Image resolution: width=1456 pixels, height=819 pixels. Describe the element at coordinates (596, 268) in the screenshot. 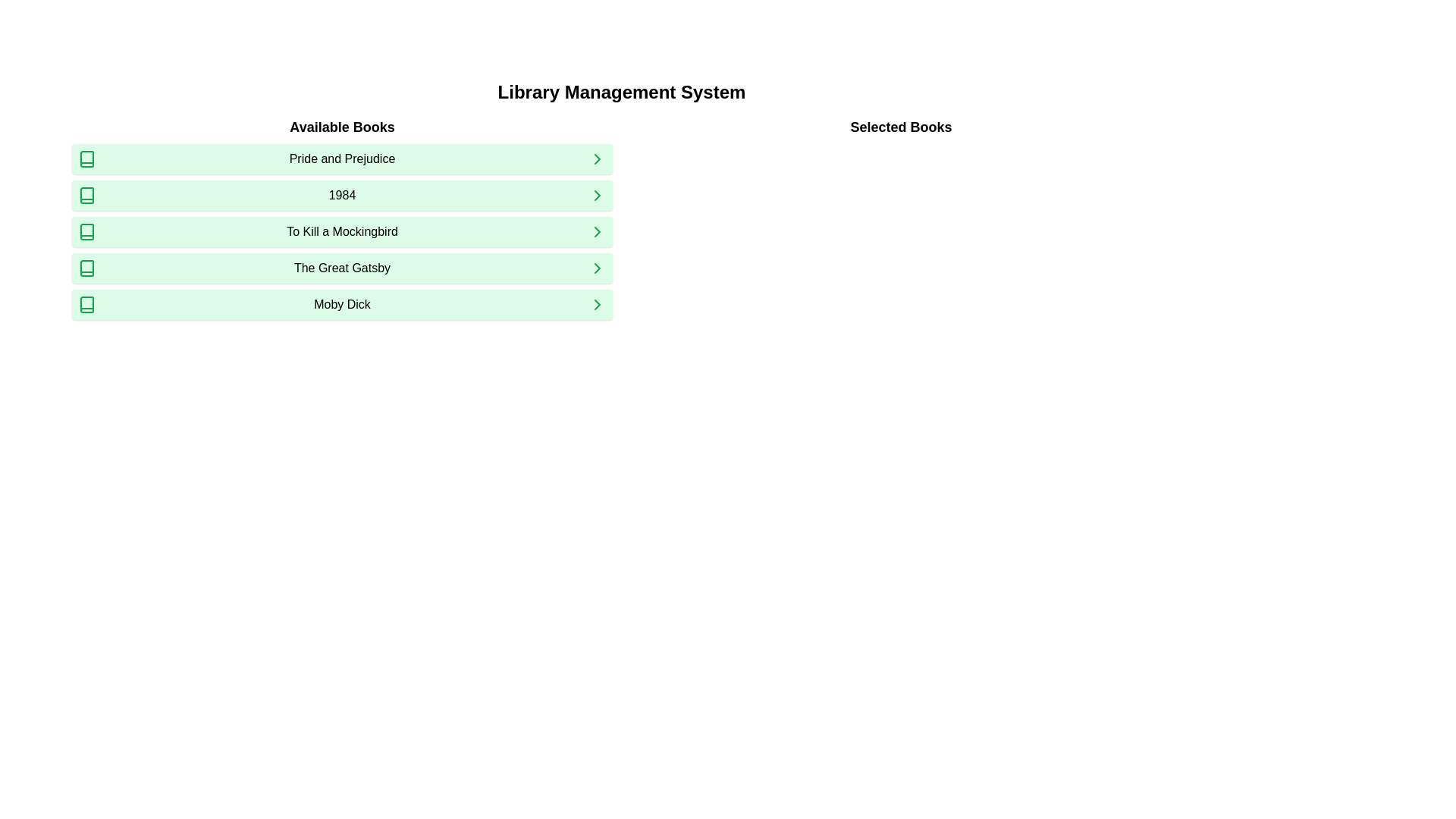

I see `the small right-facing chevron icon with a green stroke located to the right of the 'Moby Dick' text in the fifth row of the 'Available Books' list` at that location.